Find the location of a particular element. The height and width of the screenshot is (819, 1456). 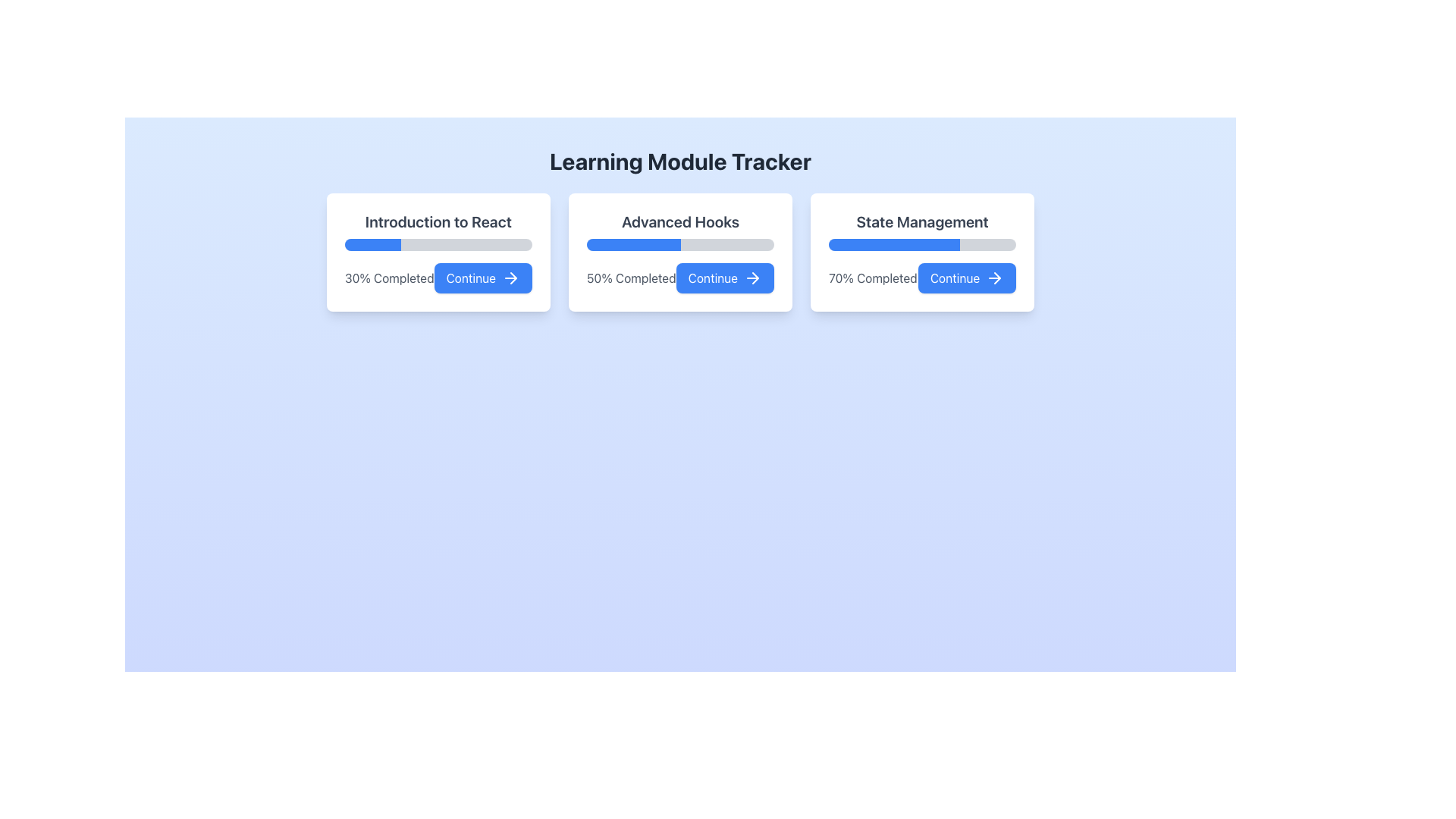

the button located in the 'Introduction to React' card, positioned to the right of the '30% Completed' text, to proceed to the next step is located at coordinates (482, 278).